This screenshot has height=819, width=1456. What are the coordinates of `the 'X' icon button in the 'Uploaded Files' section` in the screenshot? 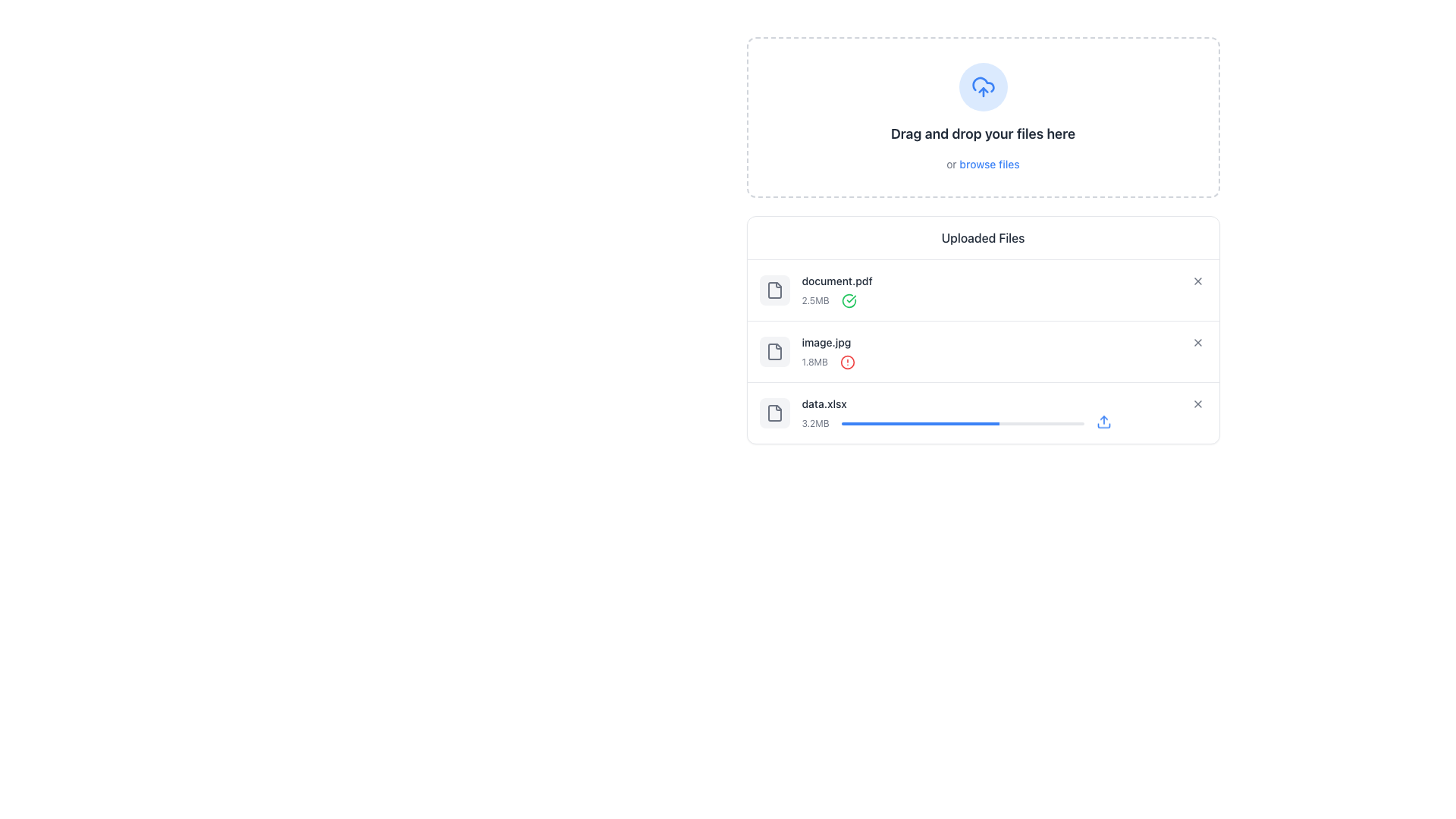 It's located at (1197, 403).